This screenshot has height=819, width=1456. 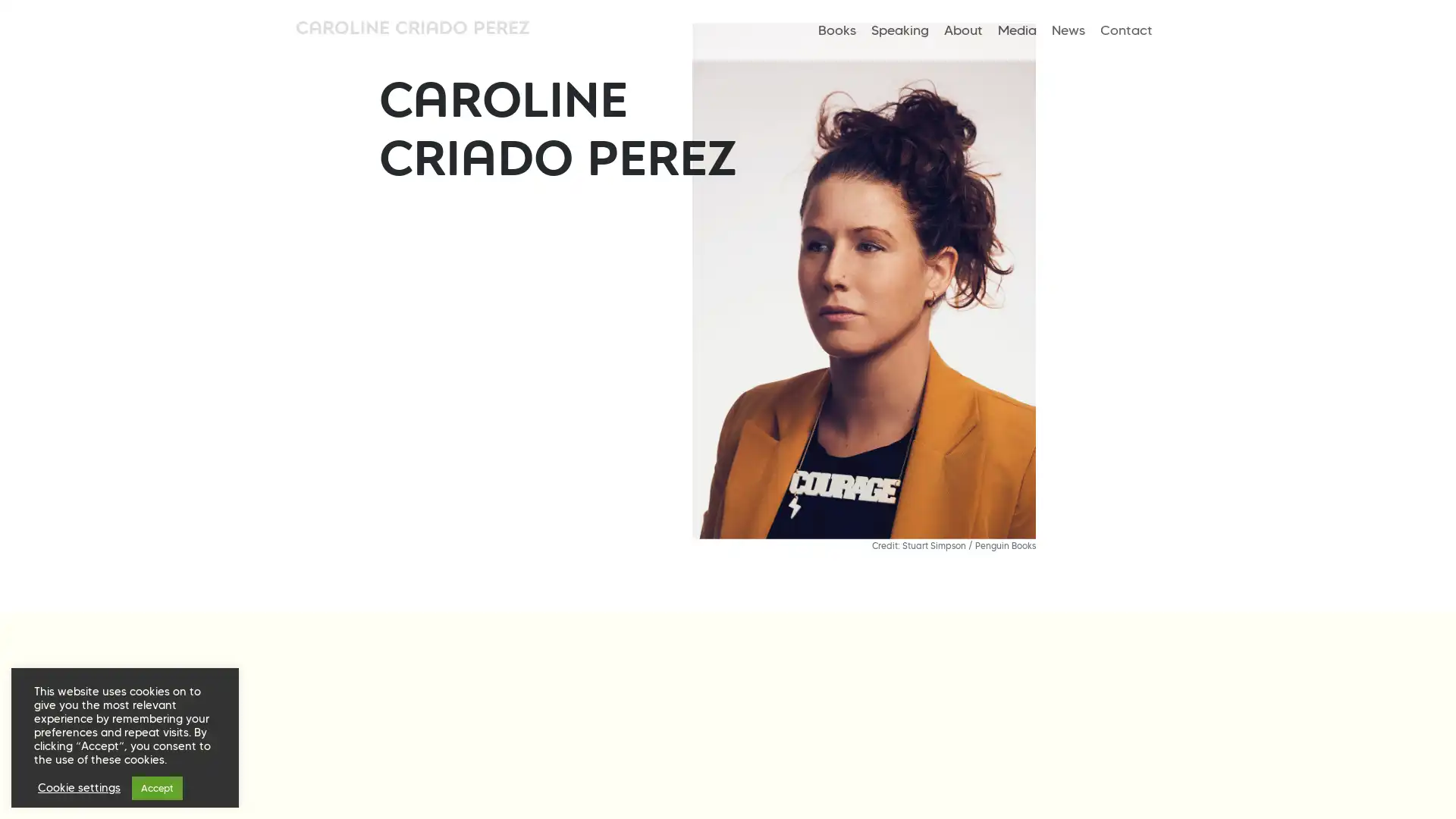 What do you see at coordinates (578, 469) in the screenshot?
I see `Submit` at bounding box center [578, 469].